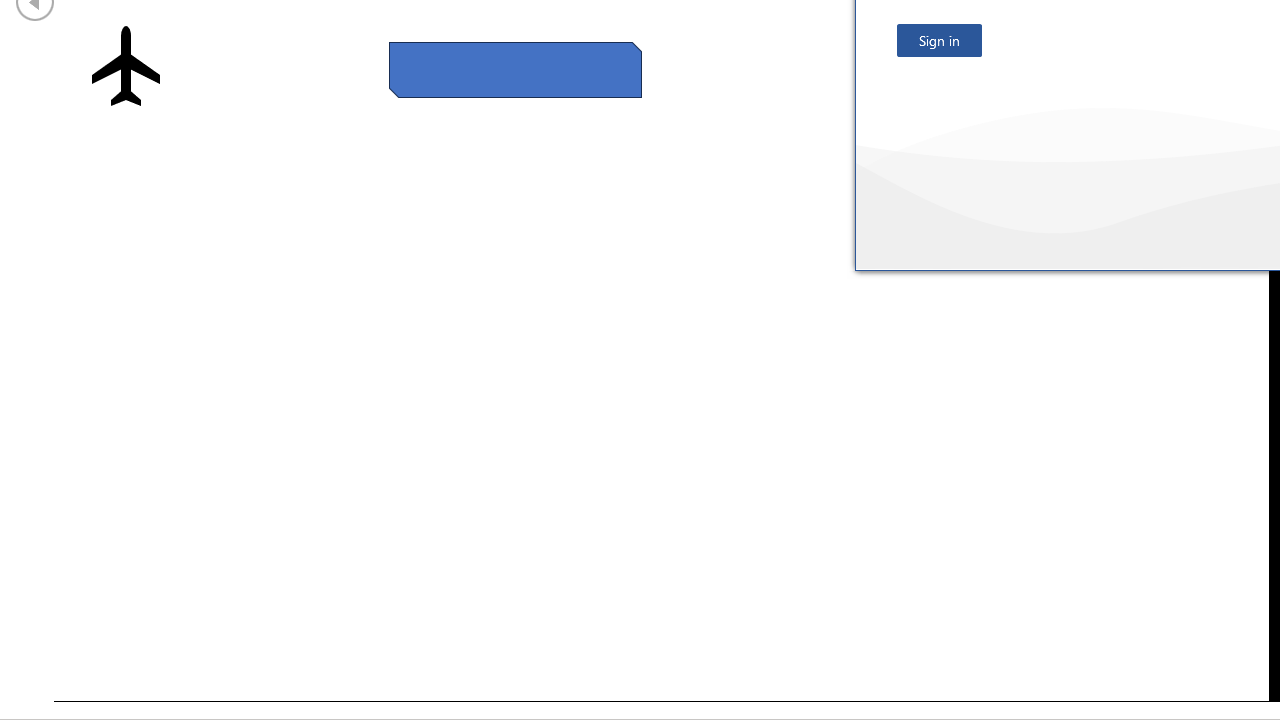 The height and width of the screenshot is (720, 1280). I want to click on 'Rectangle: Diagonal Corners Snipped 2', so click(515, 68).